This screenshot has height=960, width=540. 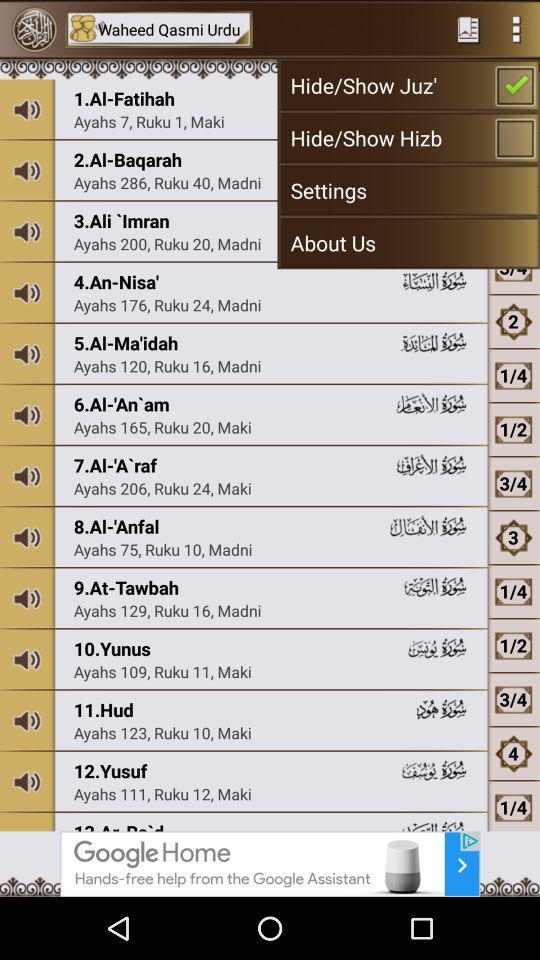 What do you see at coordinates (270, 863) in the screenshot?
I see `open advertisement` at bounding box center [270, 863].